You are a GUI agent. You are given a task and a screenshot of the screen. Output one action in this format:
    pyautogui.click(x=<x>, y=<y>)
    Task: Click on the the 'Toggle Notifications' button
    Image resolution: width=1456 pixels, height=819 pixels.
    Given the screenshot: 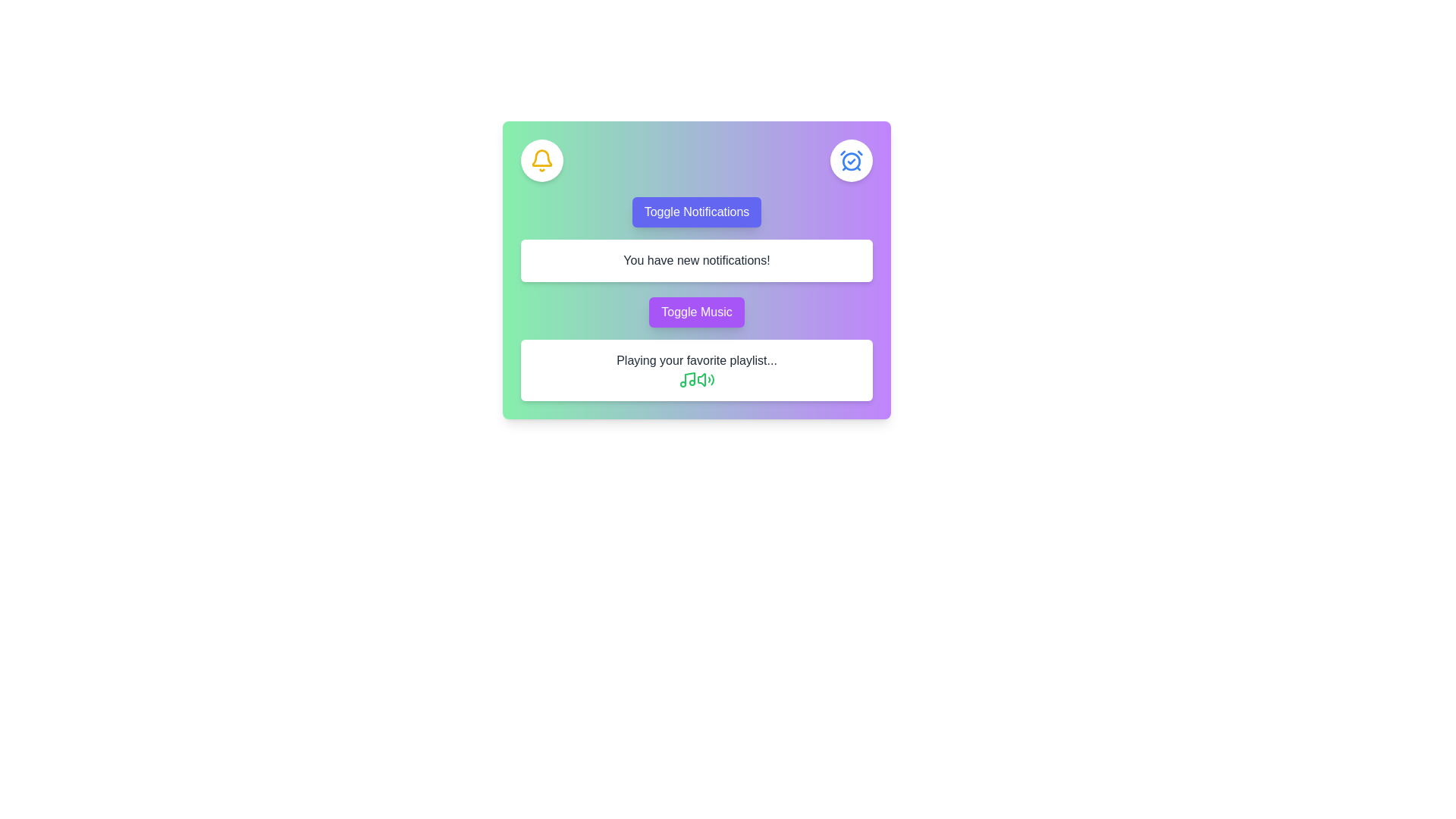 What is the action you would take?
    pyautogui.click(x=695, y=212)
    